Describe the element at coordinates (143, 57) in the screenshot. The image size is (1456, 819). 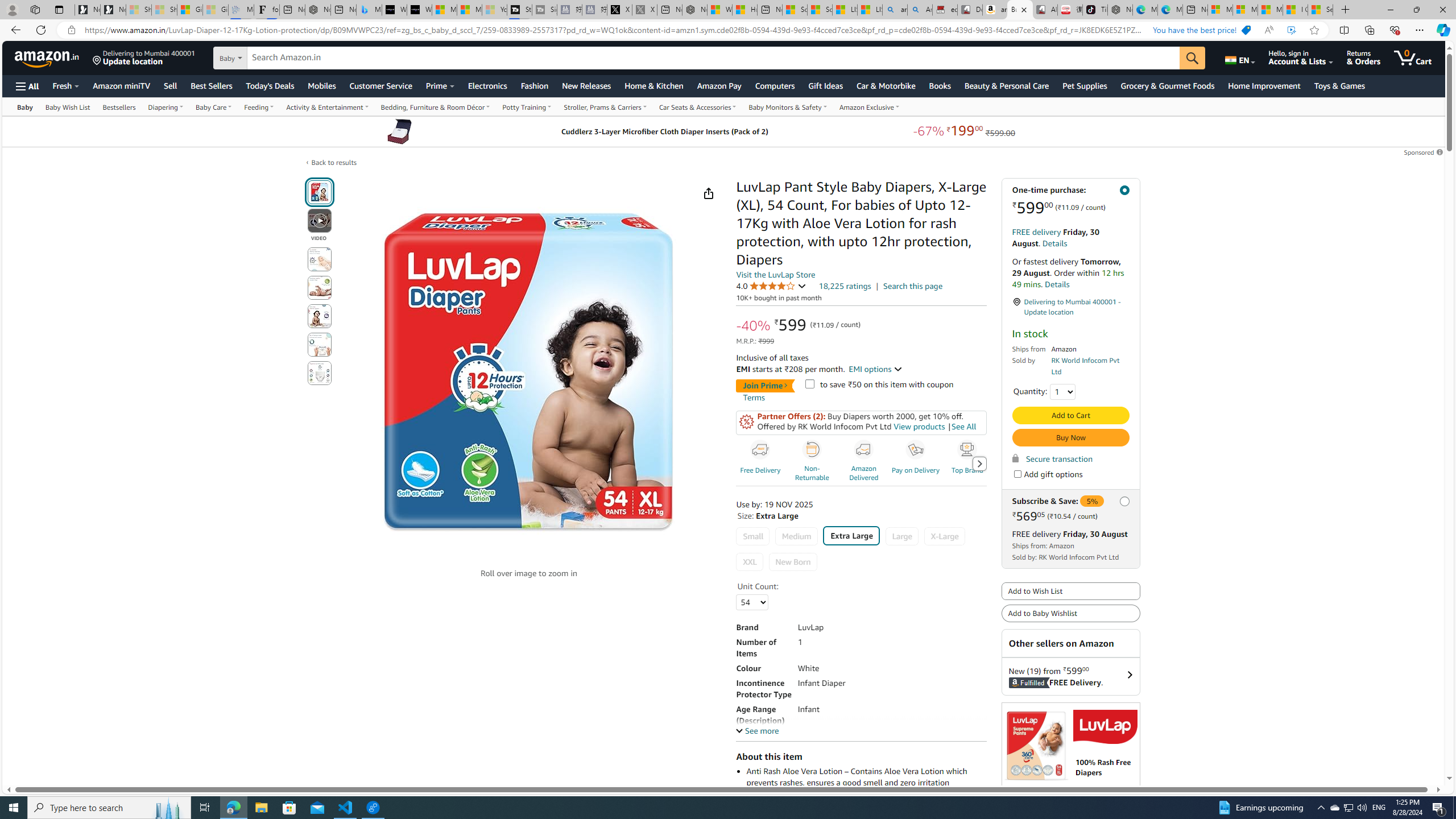
I see `'Delivering to Mumbai 400001 Update location'` at that location.